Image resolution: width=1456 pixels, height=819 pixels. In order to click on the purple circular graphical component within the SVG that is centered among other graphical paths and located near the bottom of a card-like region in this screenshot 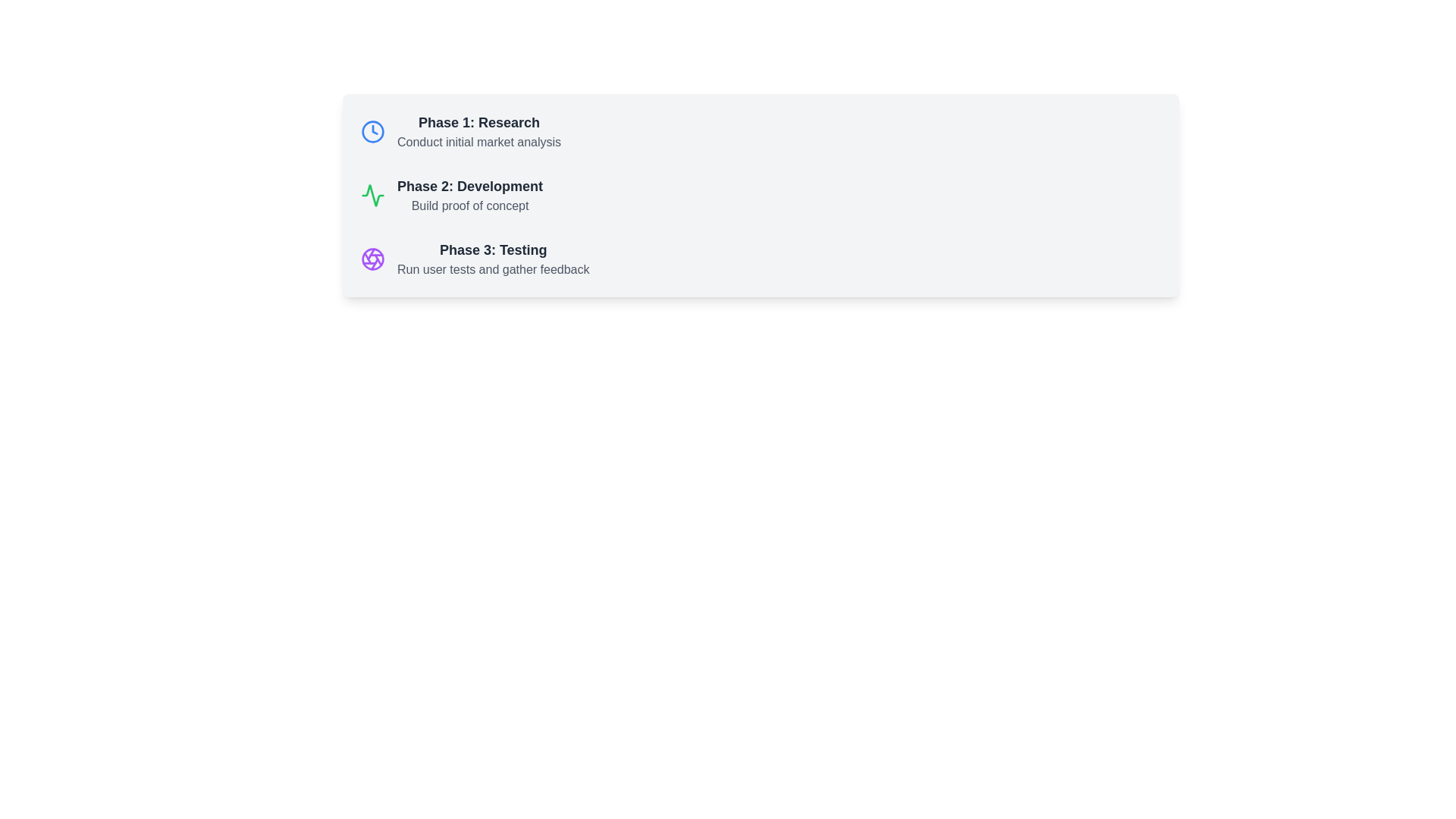, I will do `click(372, 259)`.